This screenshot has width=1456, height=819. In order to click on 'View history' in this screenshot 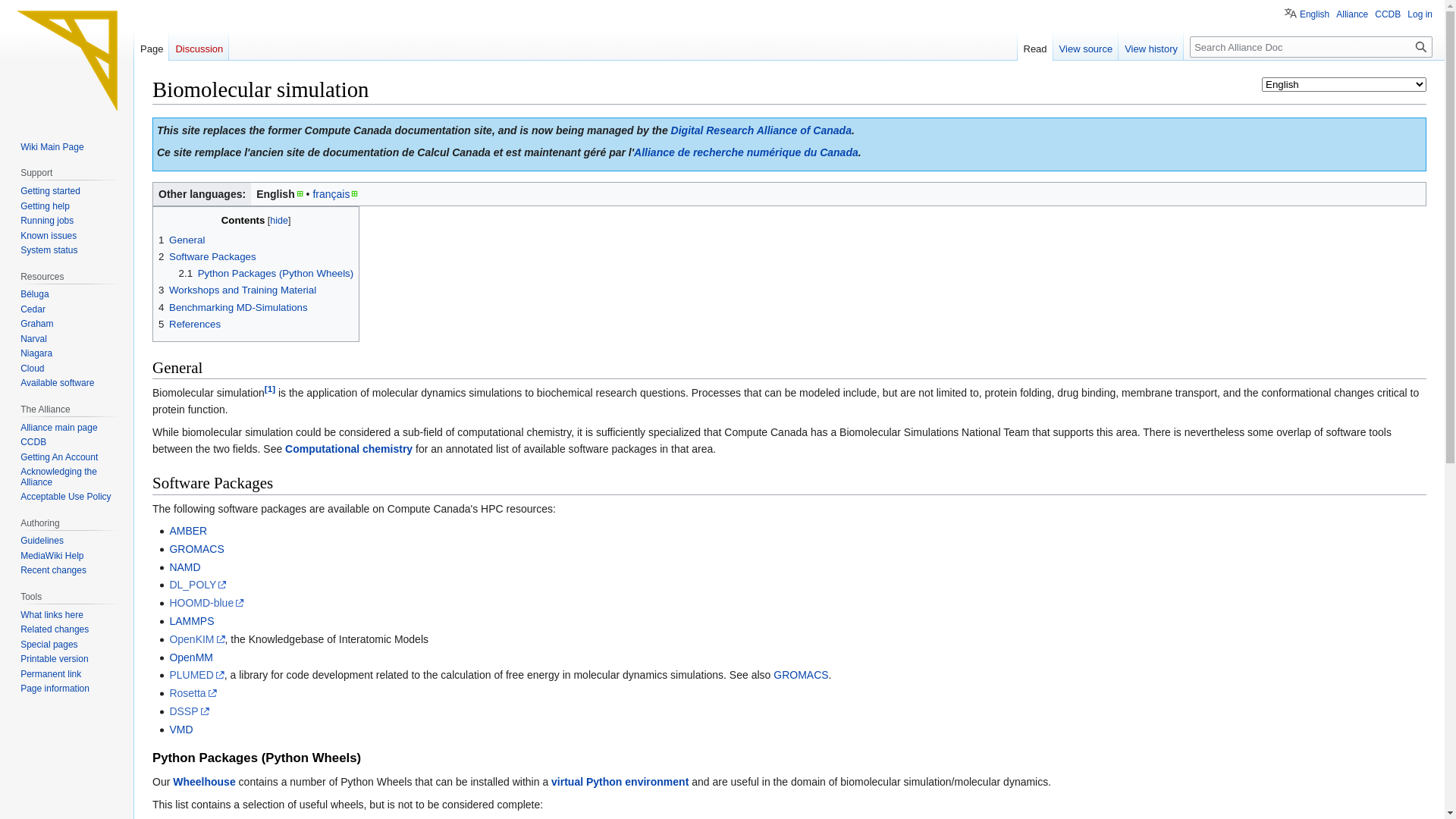, I will do `click(1118, 45)`.